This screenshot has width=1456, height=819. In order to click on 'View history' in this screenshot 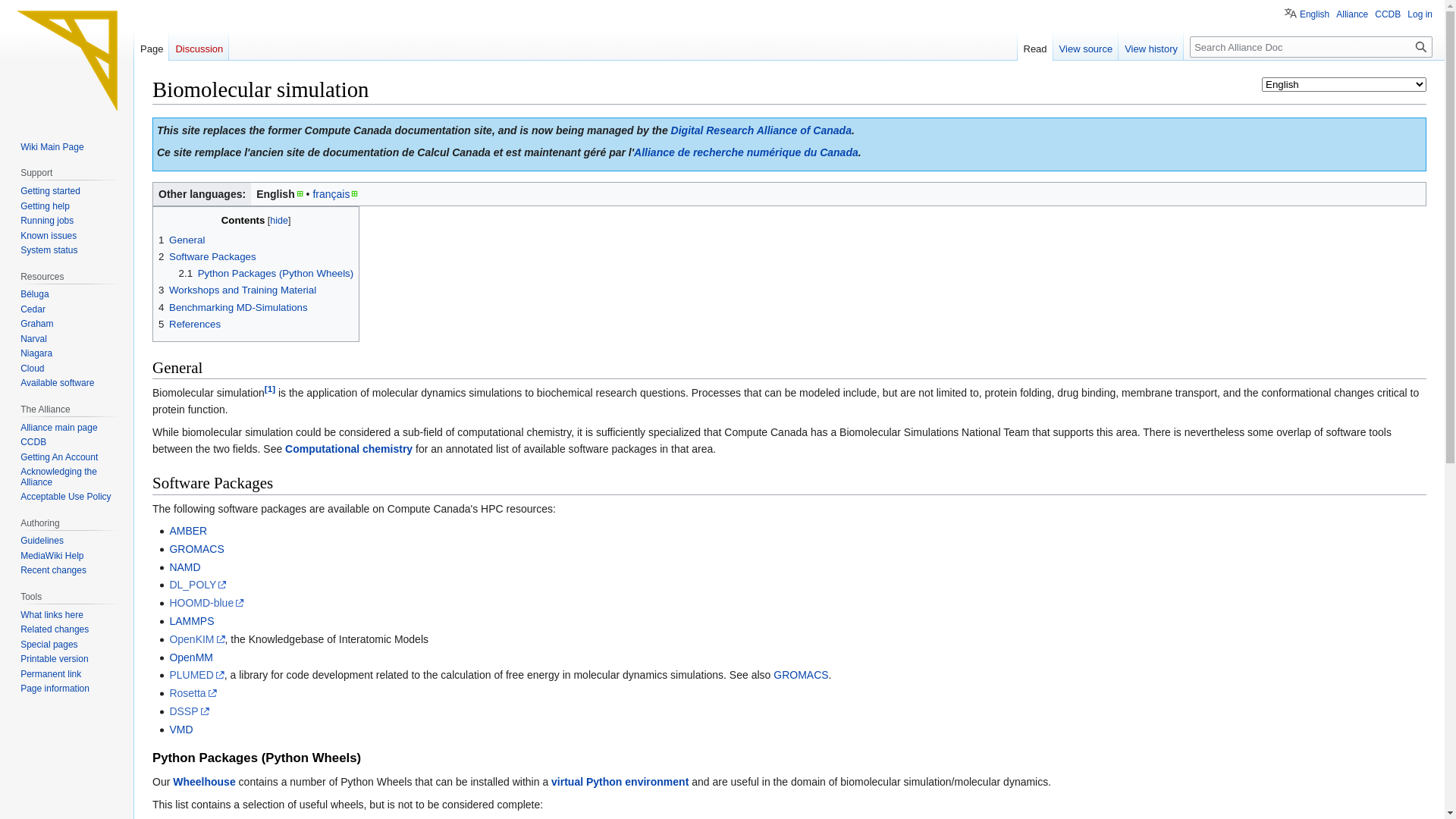, I will do `click(1118, 45)`.